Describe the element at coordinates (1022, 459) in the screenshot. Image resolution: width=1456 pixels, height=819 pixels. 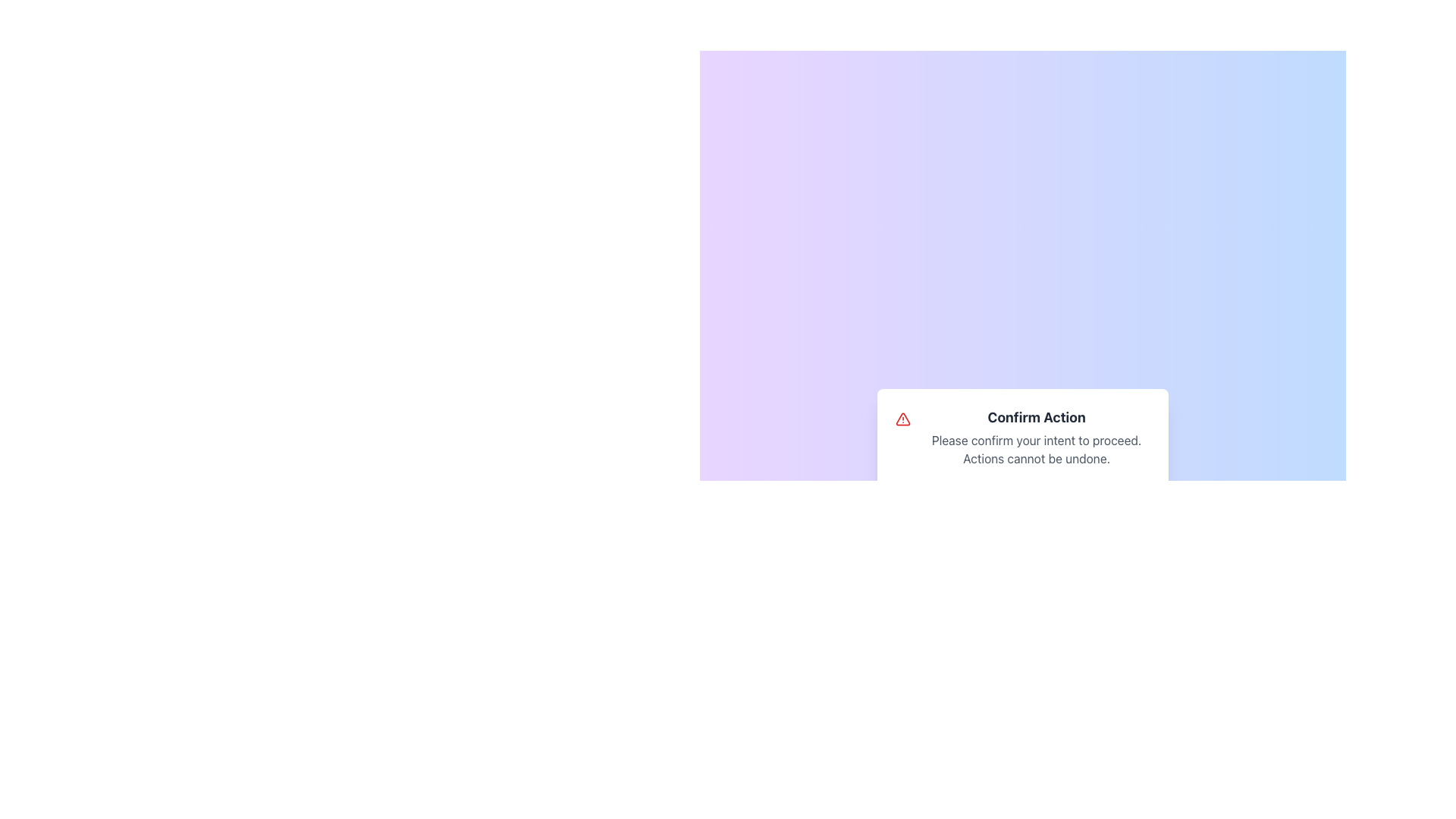
I see `notification from the modal dialog that contains the warning icon and the text 'Confirm Action' with the description 'Please confirm your intent to proceed.'` at that location.